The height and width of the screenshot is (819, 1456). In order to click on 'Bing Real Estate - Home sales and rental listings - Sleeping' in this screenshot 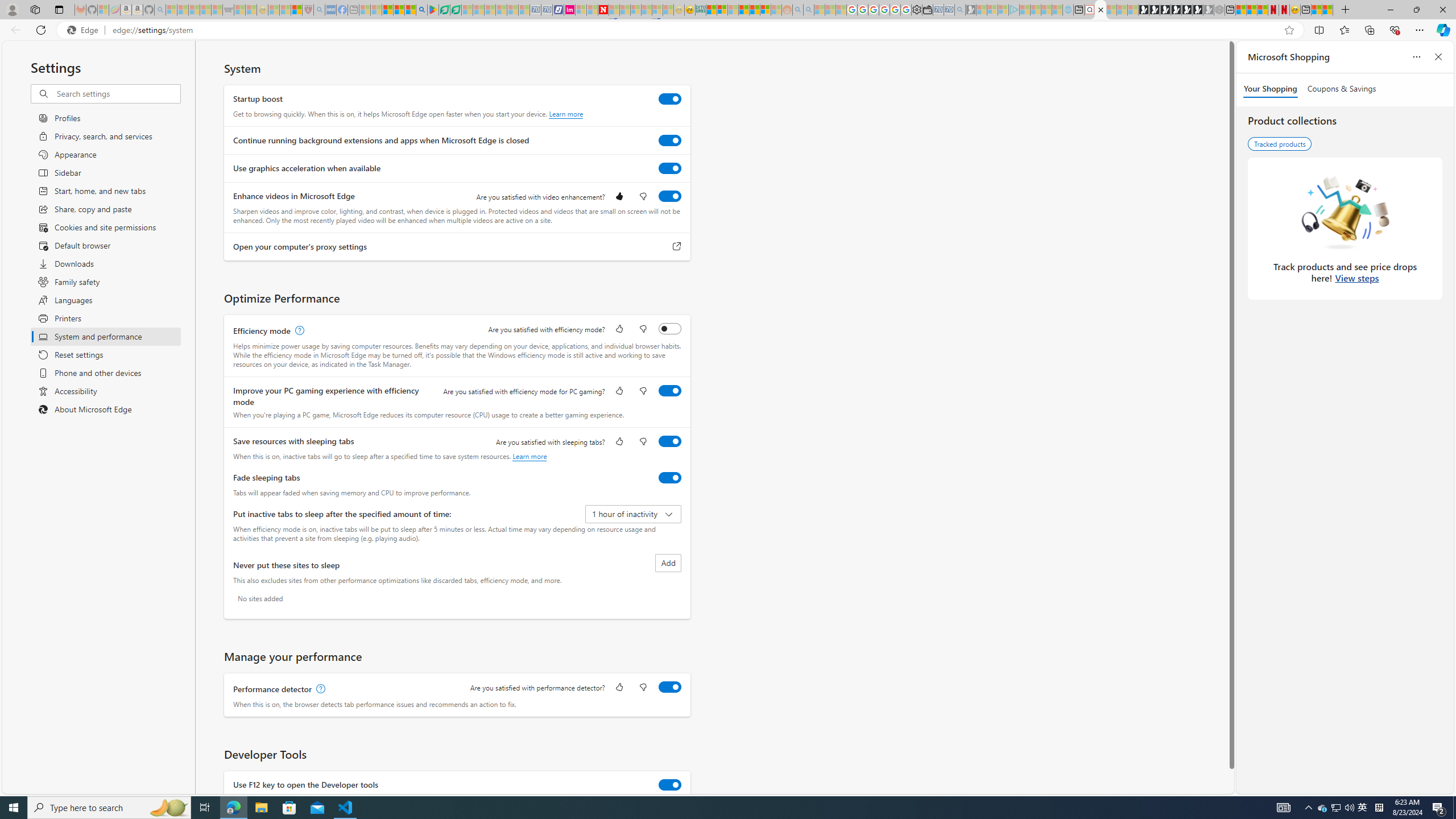, I will do `click(959, 9)`.